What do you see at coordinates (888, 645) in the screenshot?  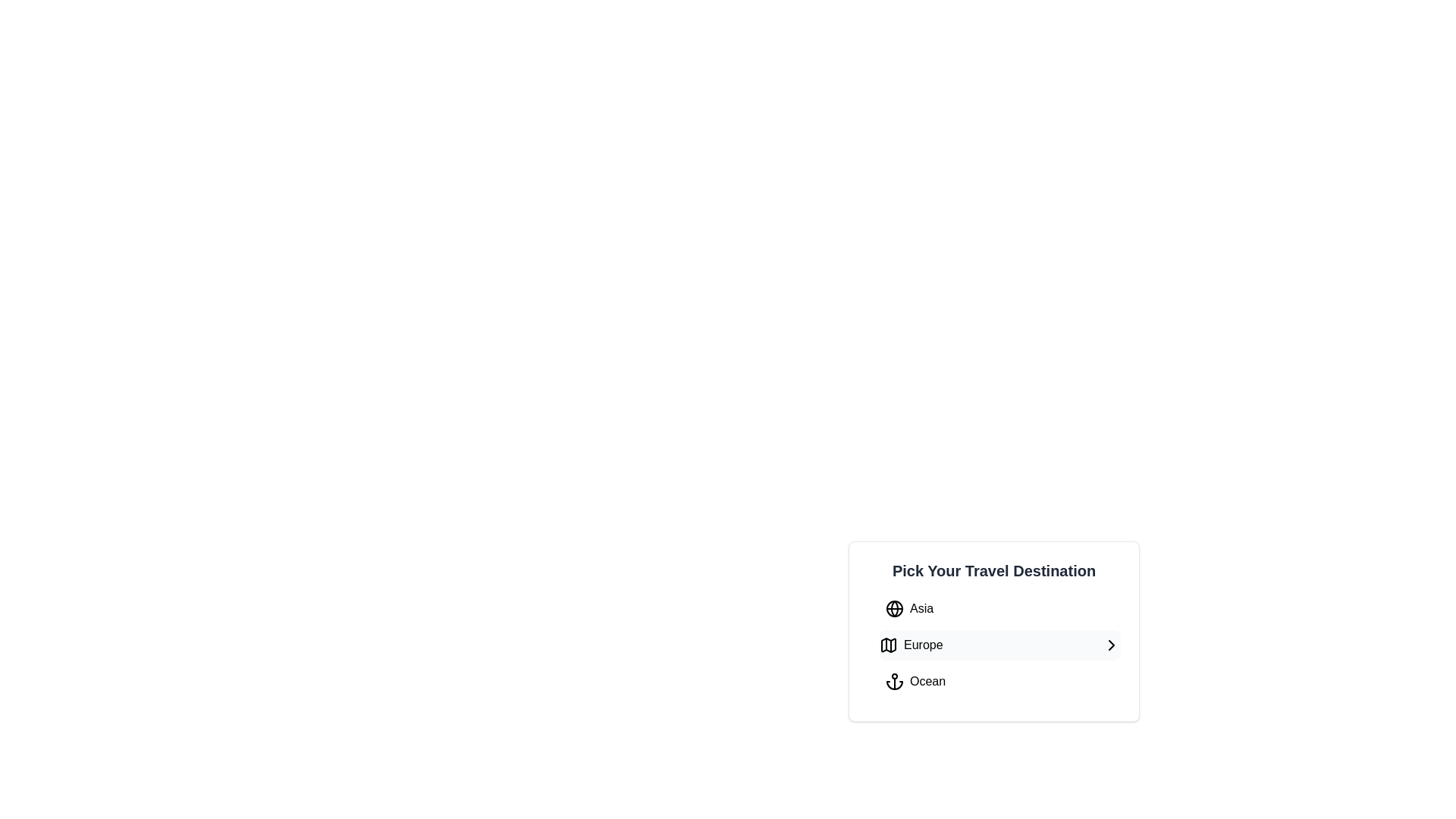 I see `the map-like graphic icon with a black outline located under the 'Europe' option in the menu` at bounding box center [888, 645].